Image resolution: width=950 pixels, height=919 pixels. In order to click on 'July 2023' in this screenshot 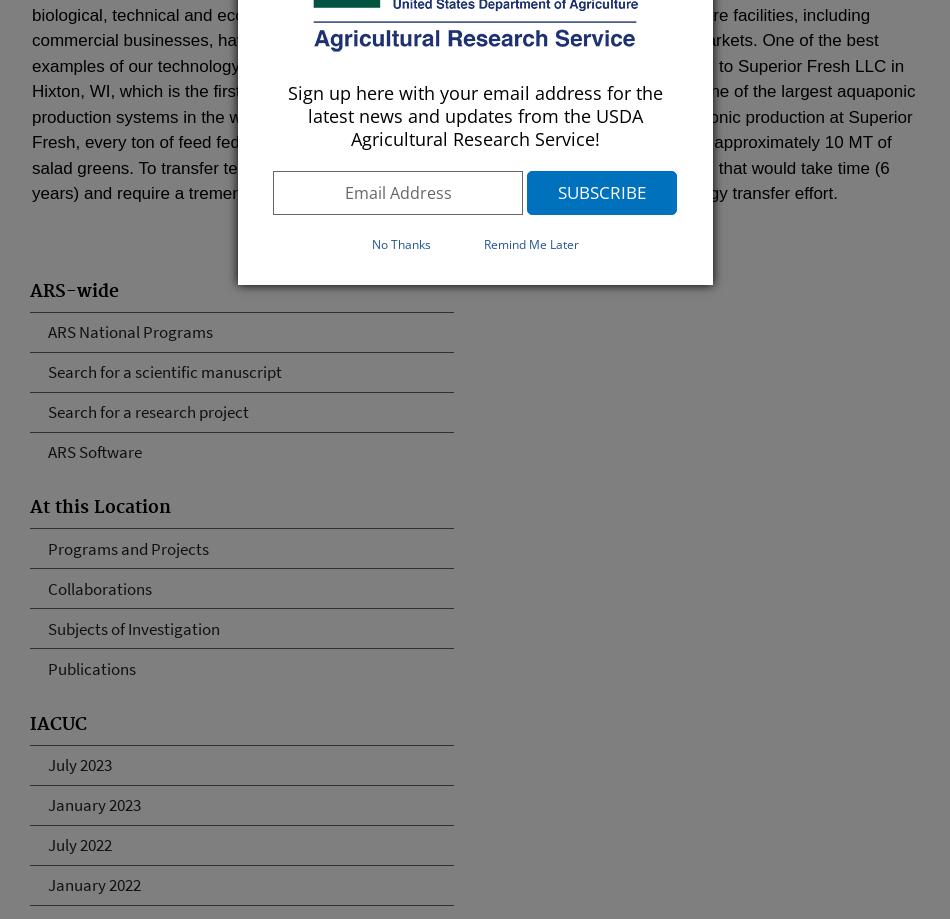, I will do `click(79, 764)`.